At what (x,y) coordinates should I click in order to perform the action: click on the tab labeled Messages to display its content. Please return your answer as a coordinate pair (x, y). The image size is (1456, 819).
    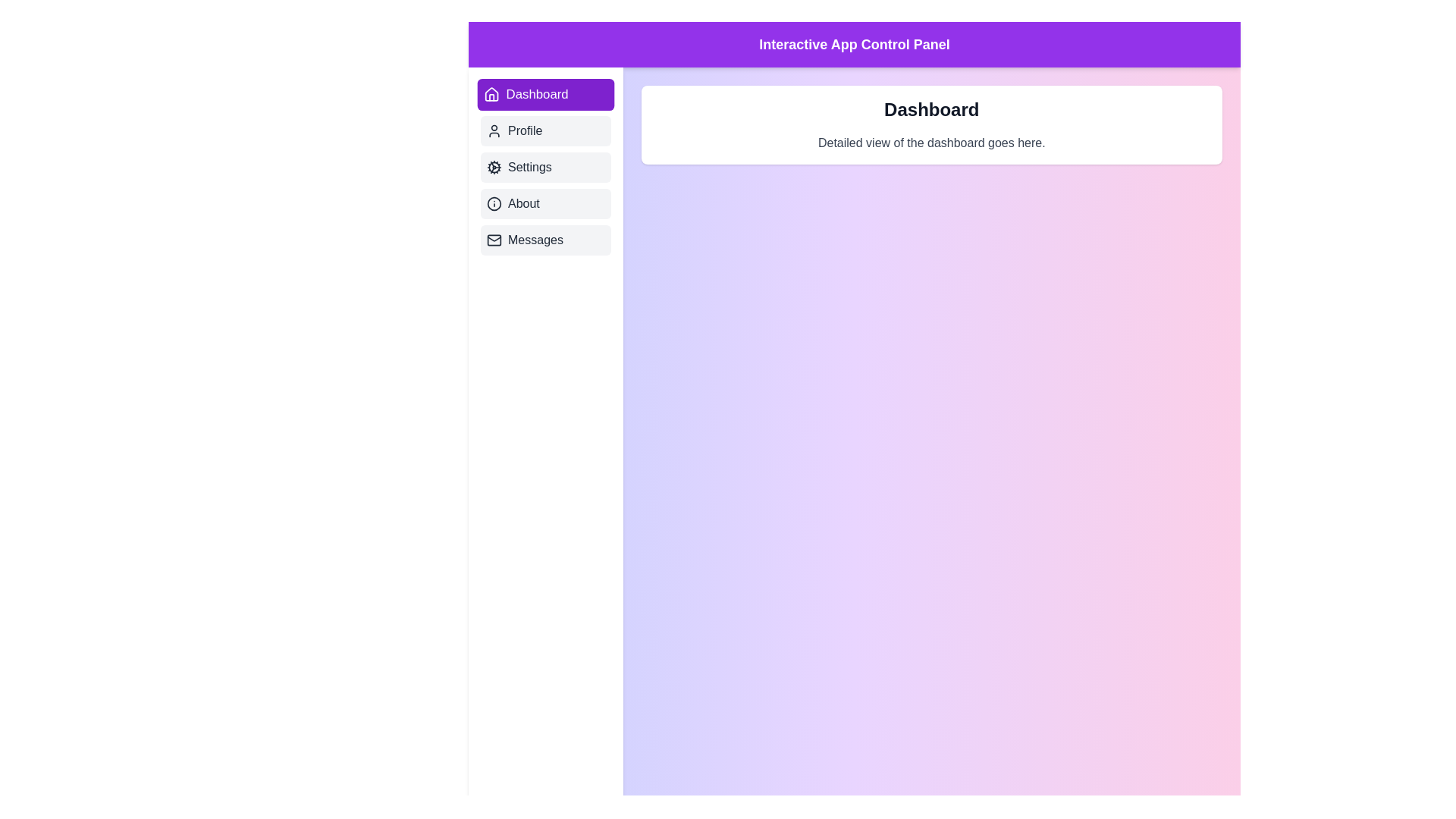
    Looking at the image, I should click on (545, 239).